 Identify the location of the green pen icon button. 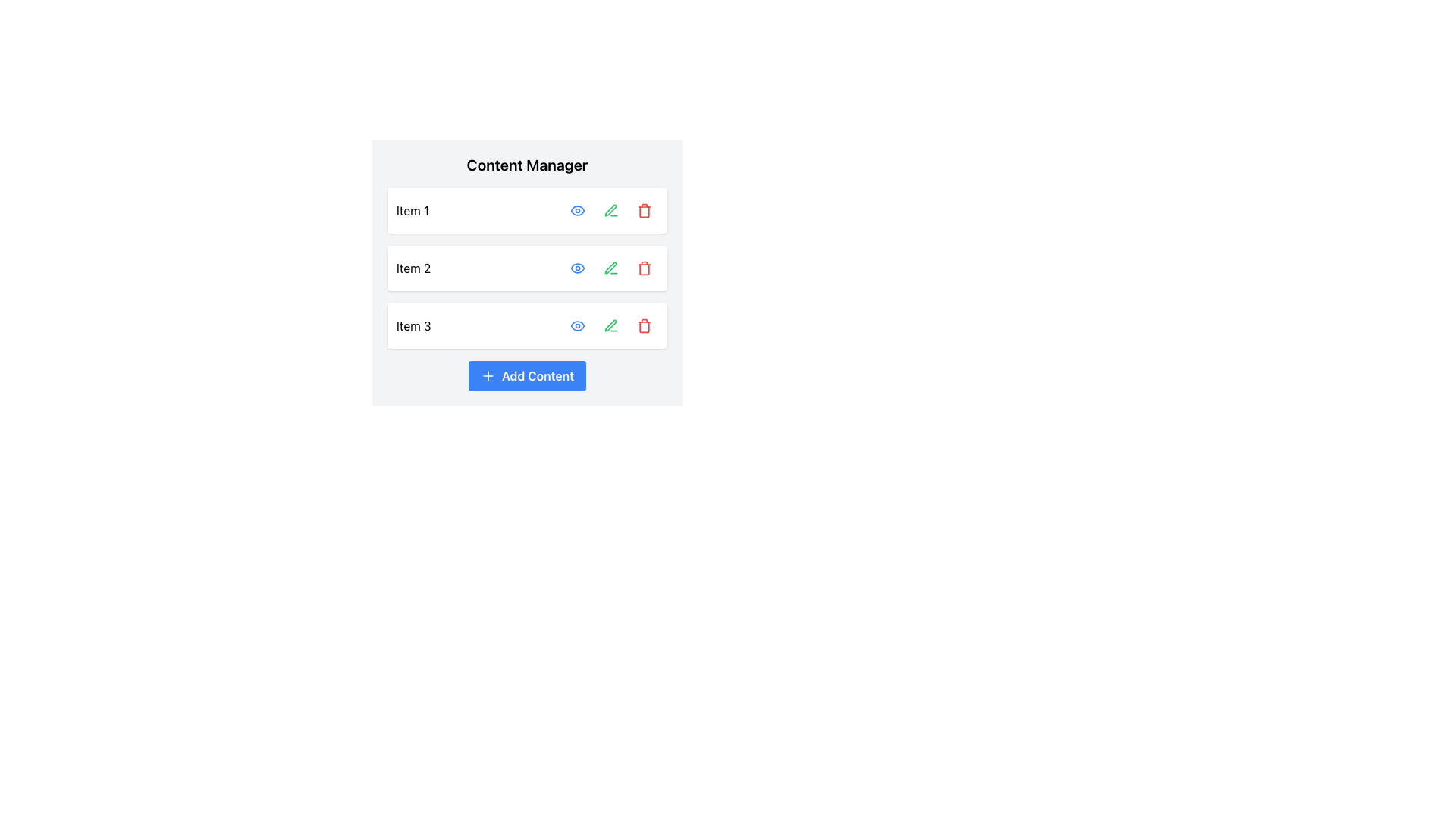
(611, 210).